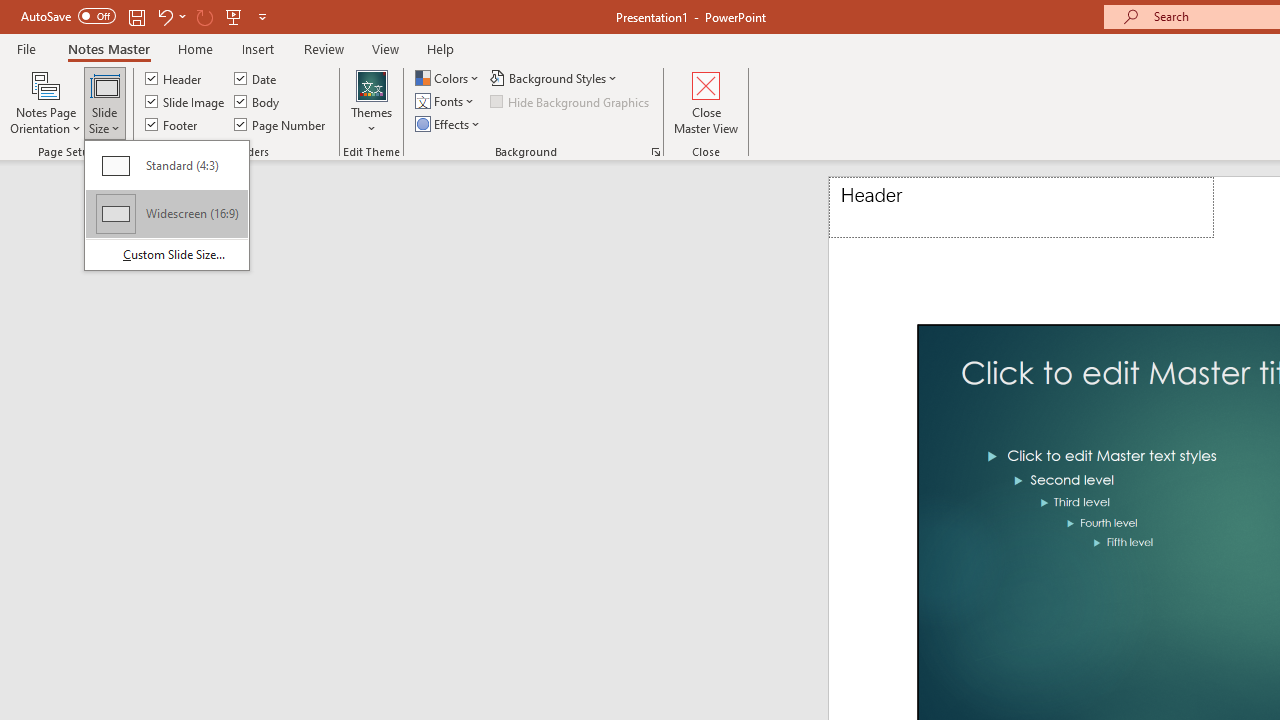  Describe the element at coordinates (448, 77) in the screenshot. I see `'Colors'` at that location.